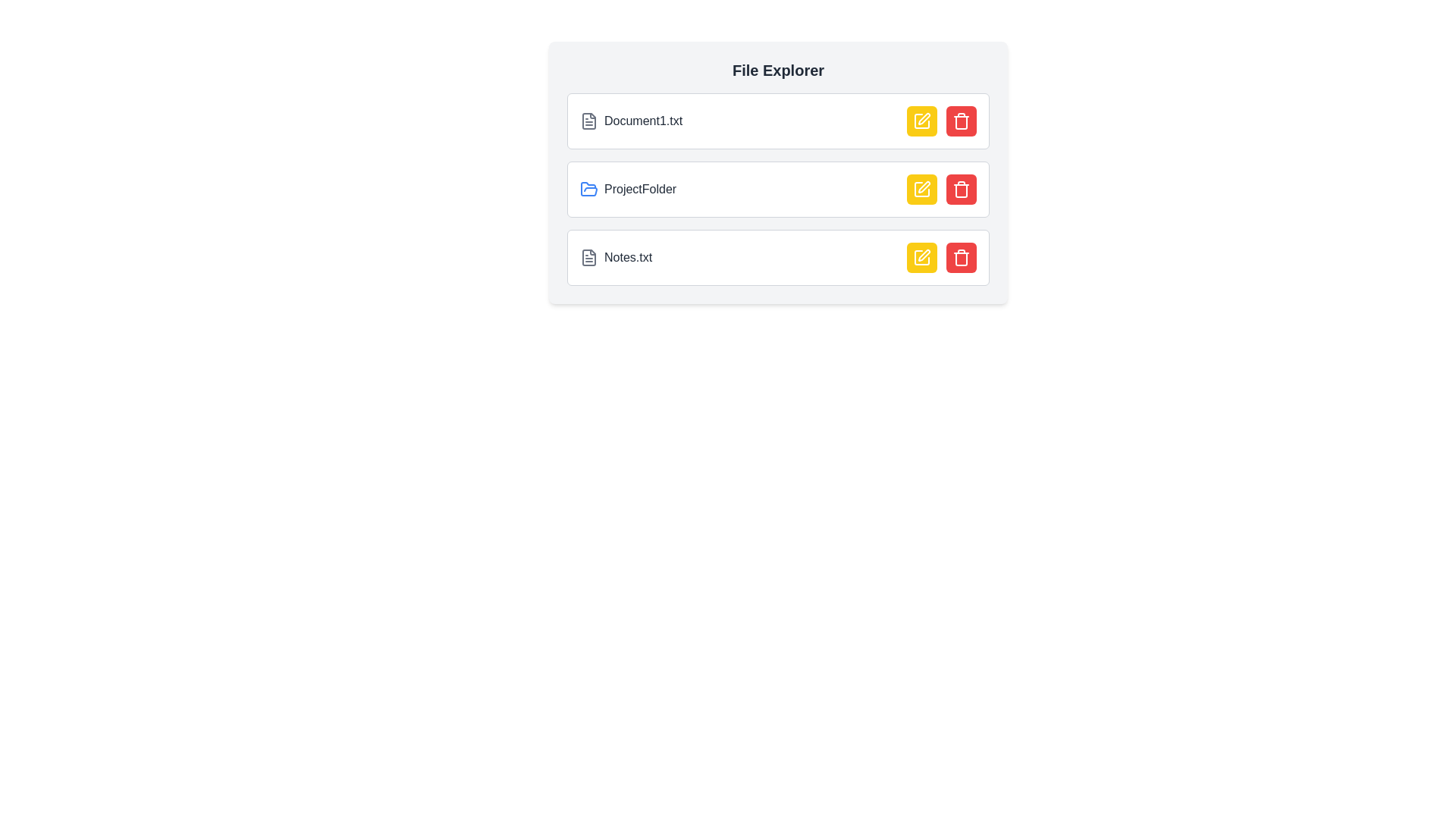 The image size is (1456, 819). I want to click on the pen icon, which is the third edit button next to the delete button for 'Notes.txt' in the 'File Explorer' component, so click(921, 256).